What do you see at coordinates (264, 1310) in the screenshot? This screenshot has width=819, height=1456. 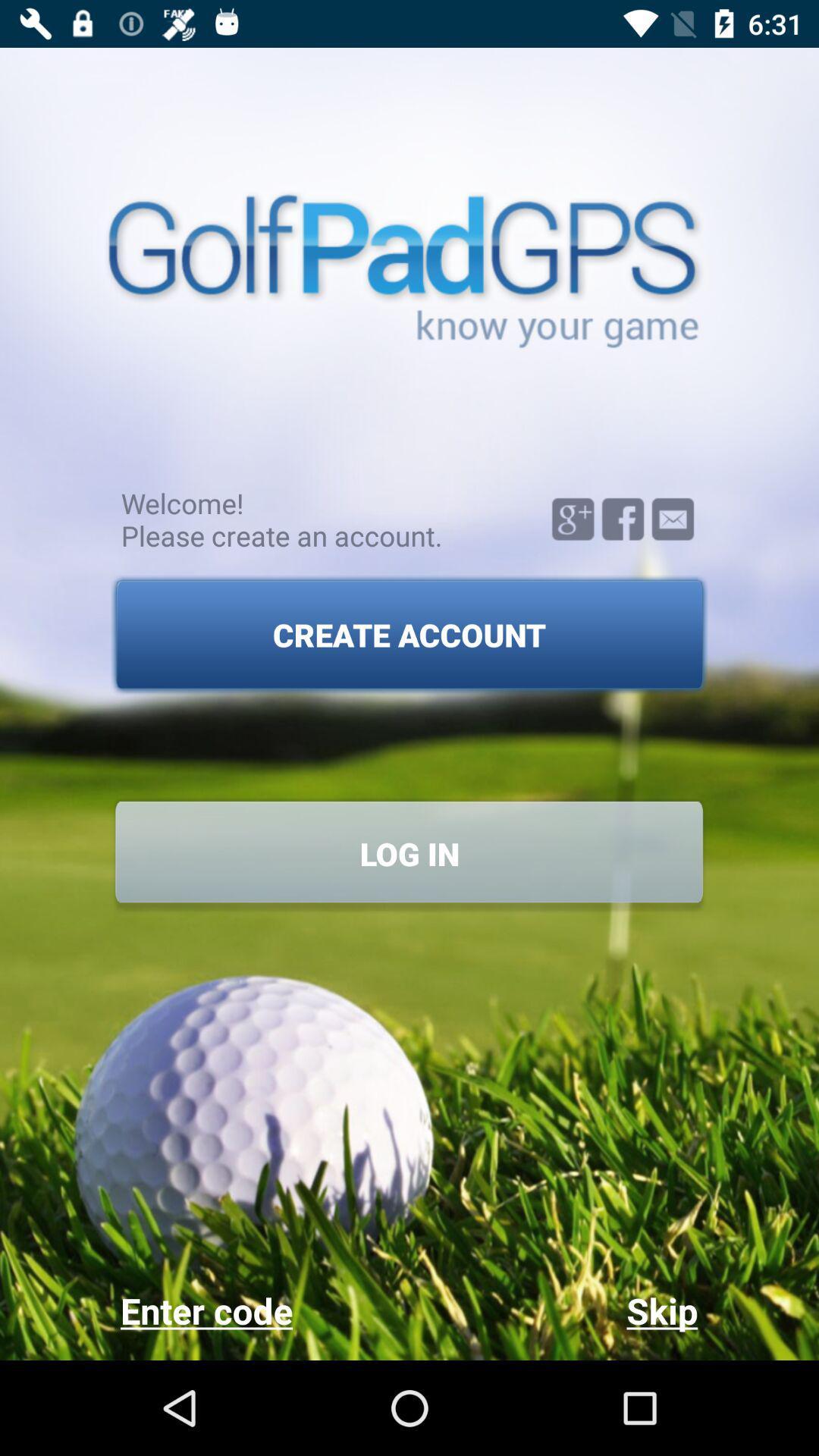 I see `the item below the log in` at bounding box center [264, 1310].